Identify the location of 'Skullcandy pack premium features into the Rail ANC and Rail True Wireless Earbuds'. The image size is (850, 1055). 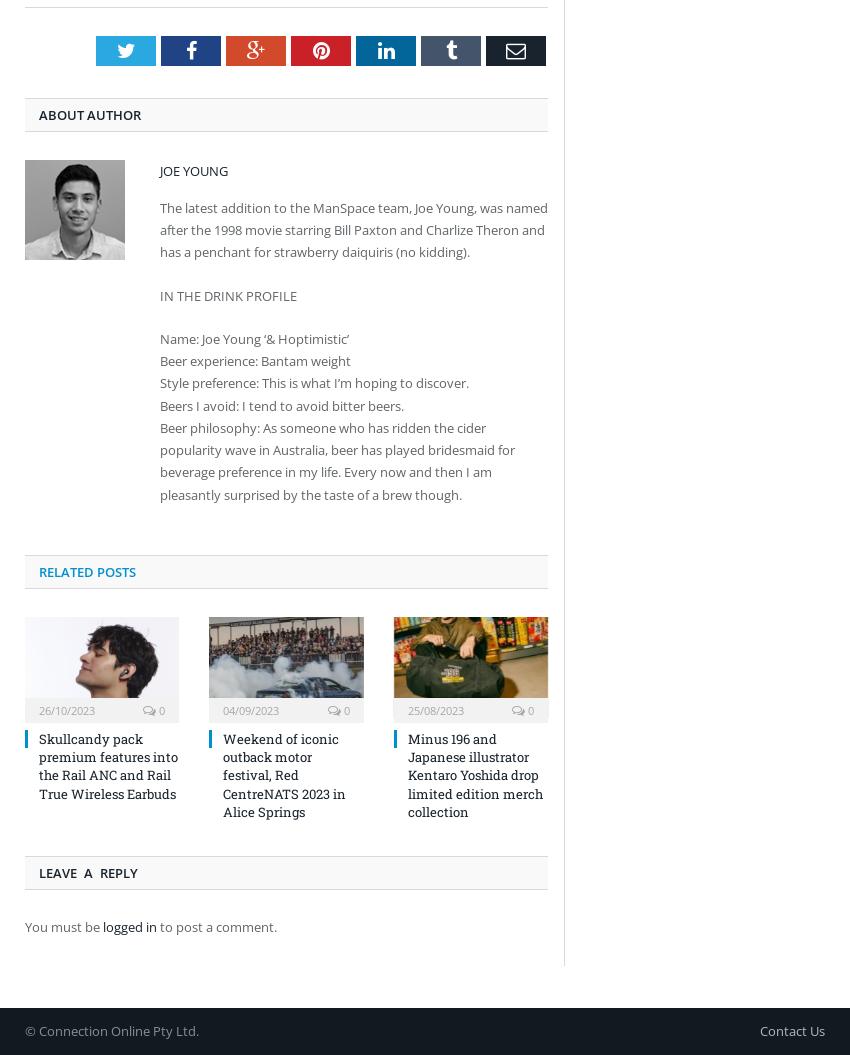
(107, 765).